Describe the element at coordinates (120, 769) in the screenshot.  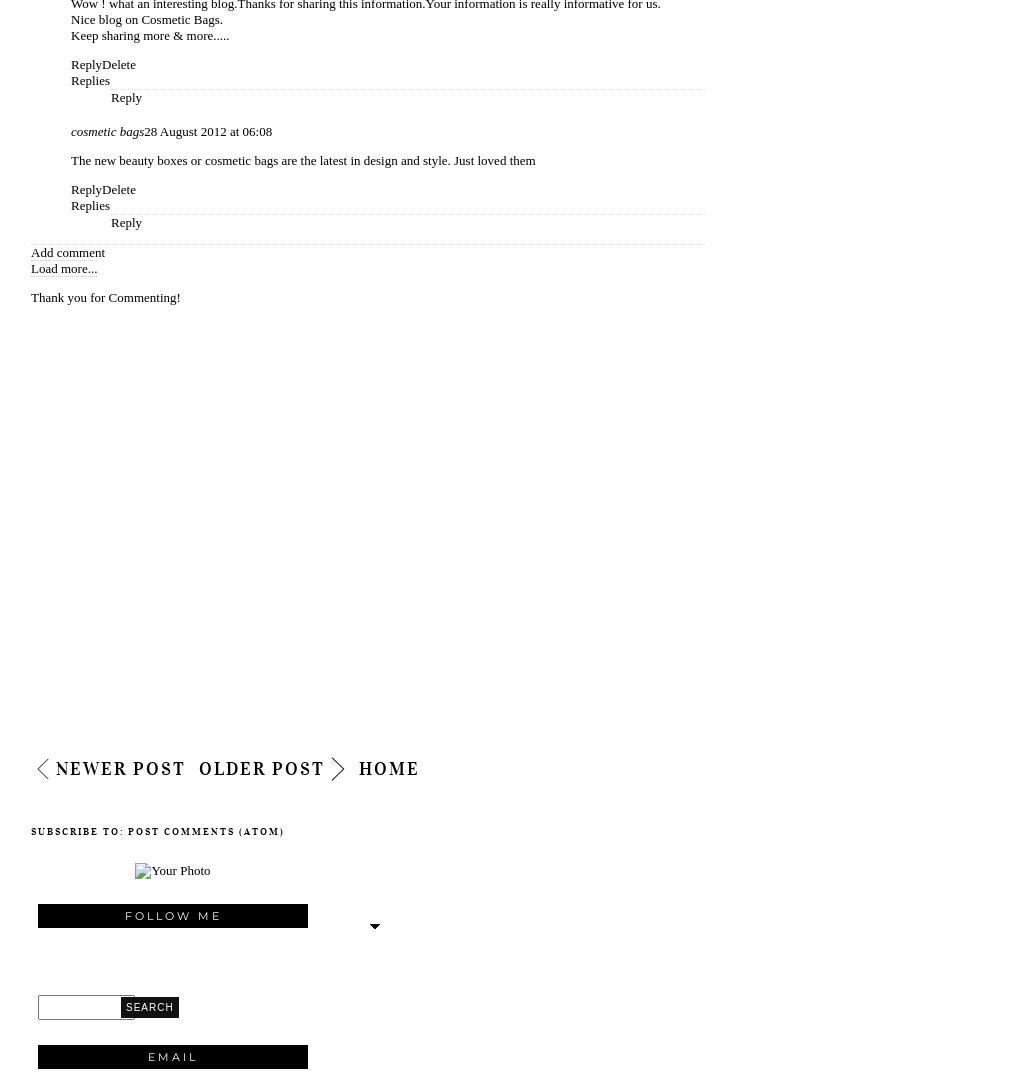
I see `'Newer Post'` at that location.